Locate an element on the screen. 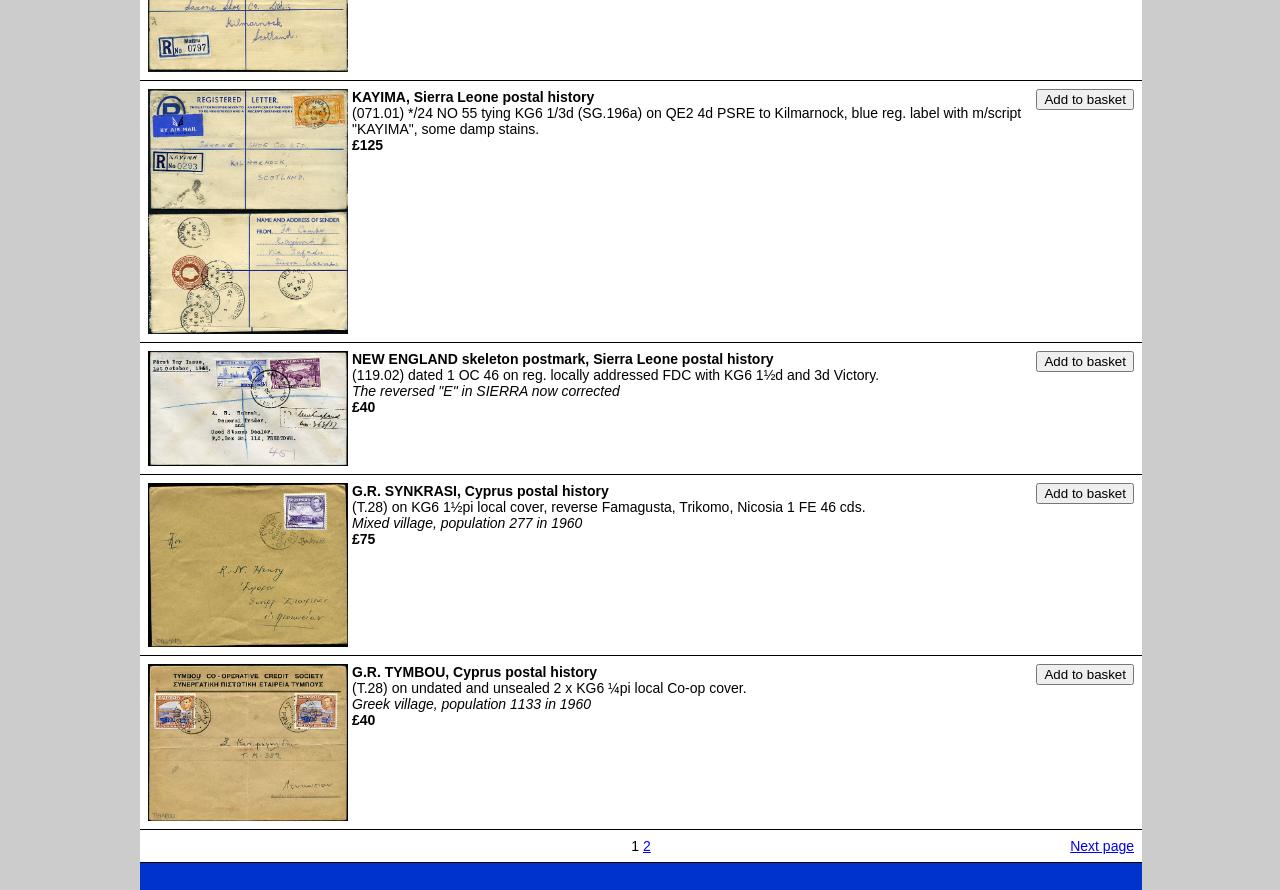 This screenshot has width=1280, height=890. '£75' is located at coordinates (363, 537).